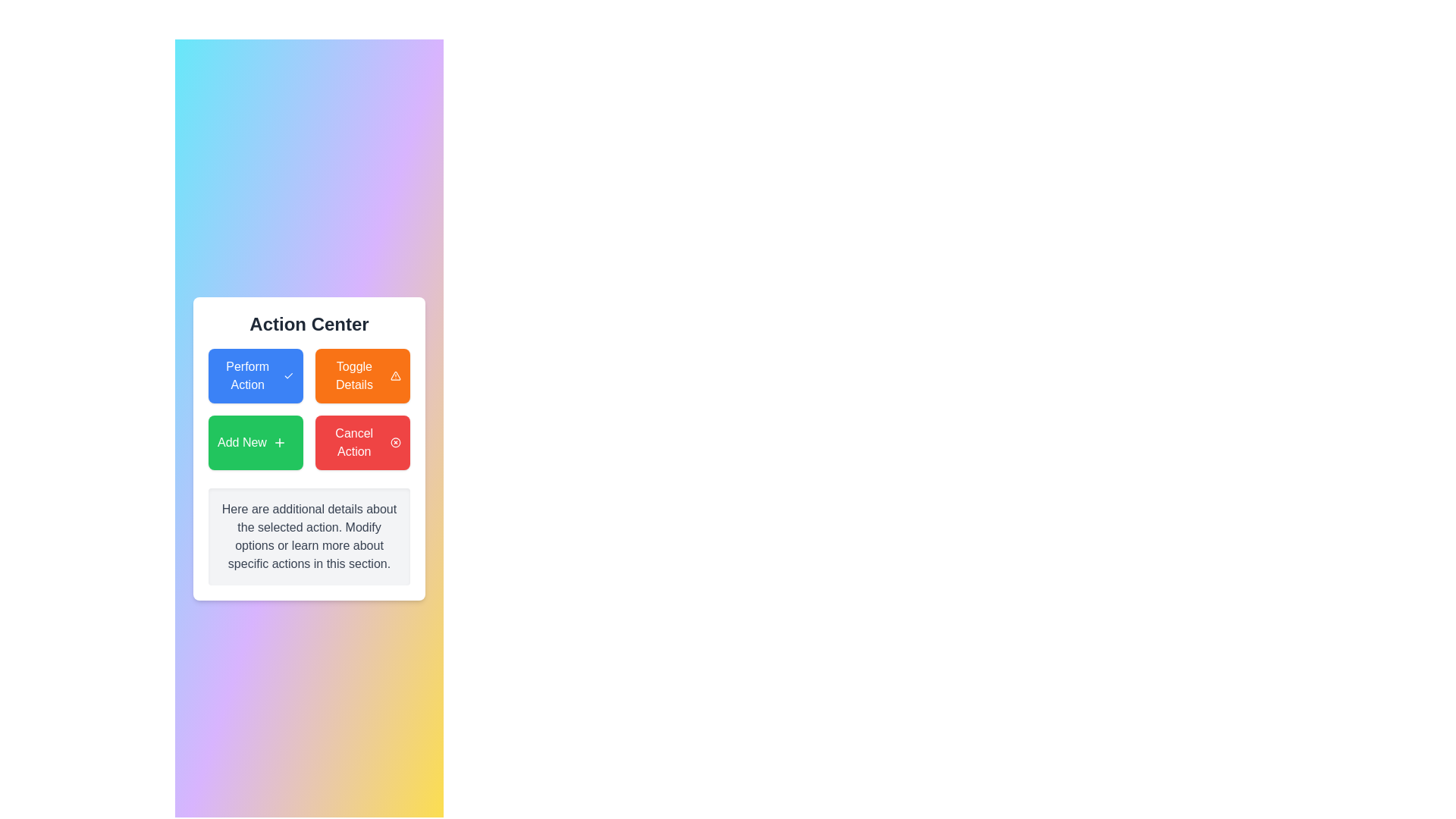  What do you see at coordinates (395, 442) in the screenshot?
I see `the cancel icon located at the top-right corner of the 'Cancel Action' button` at bounding box center [395, 442].